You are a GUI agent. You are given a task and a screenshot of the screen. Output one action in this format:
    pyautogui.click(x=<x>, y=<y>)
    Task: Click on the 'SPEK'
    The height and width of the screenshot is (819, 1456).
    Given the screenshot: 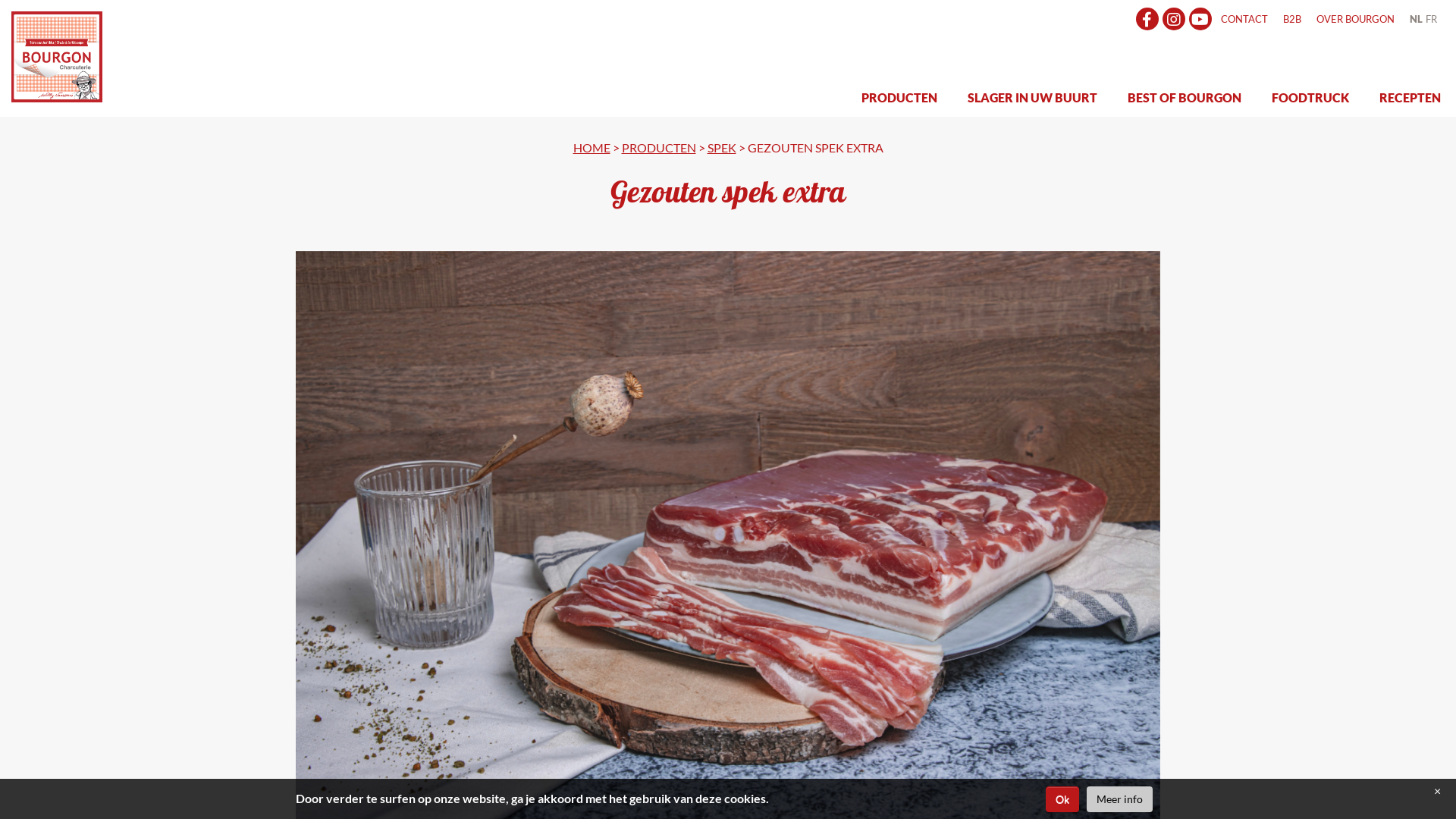 What is the action you would take?
    pyautogui.click(x=720, y=147)
    